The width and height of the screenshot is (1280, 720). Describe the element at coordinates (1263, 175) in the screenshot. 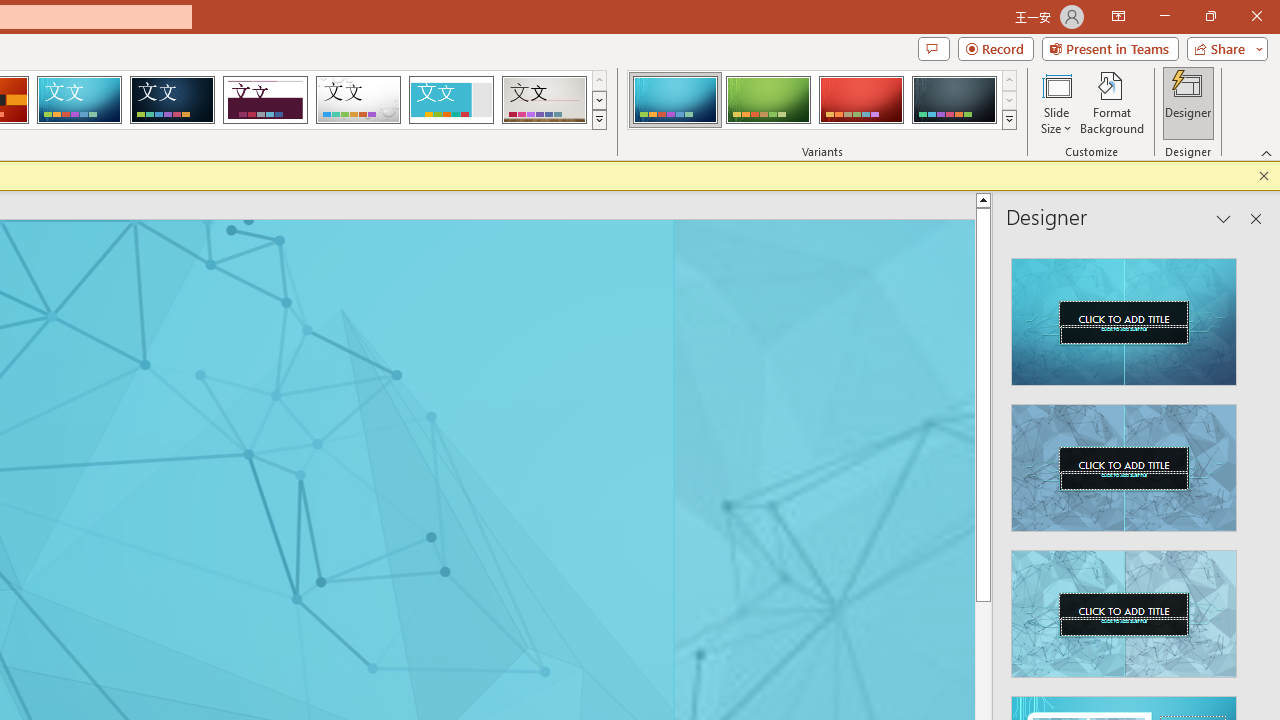

I see `'Close this message'` at that location.